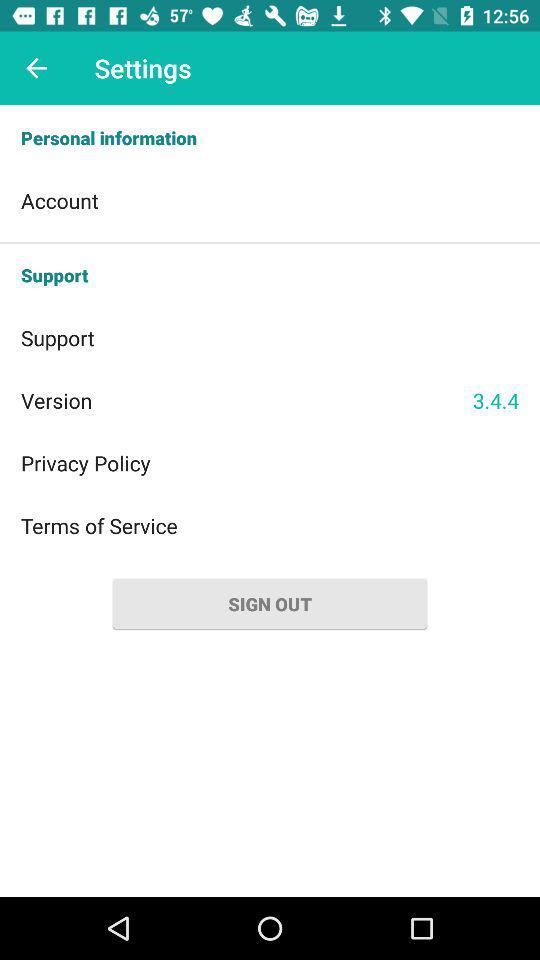 The image size is (540, 960). I want to click on the icon next to the 3.4.4 icon, so click(246, 399).